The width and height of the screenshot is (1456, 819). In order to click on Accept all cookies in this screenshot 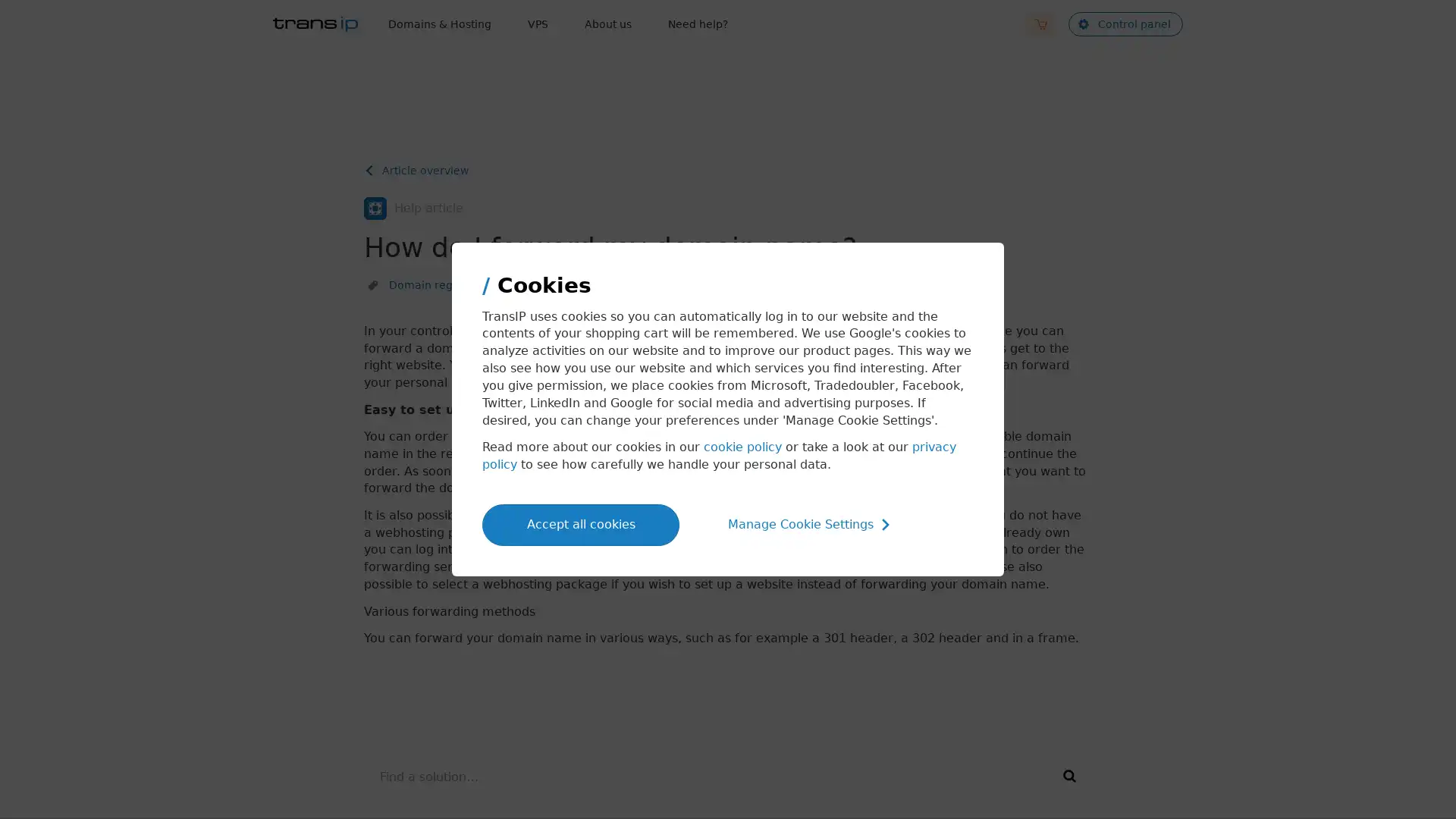, I will do `click(580, 523)`.